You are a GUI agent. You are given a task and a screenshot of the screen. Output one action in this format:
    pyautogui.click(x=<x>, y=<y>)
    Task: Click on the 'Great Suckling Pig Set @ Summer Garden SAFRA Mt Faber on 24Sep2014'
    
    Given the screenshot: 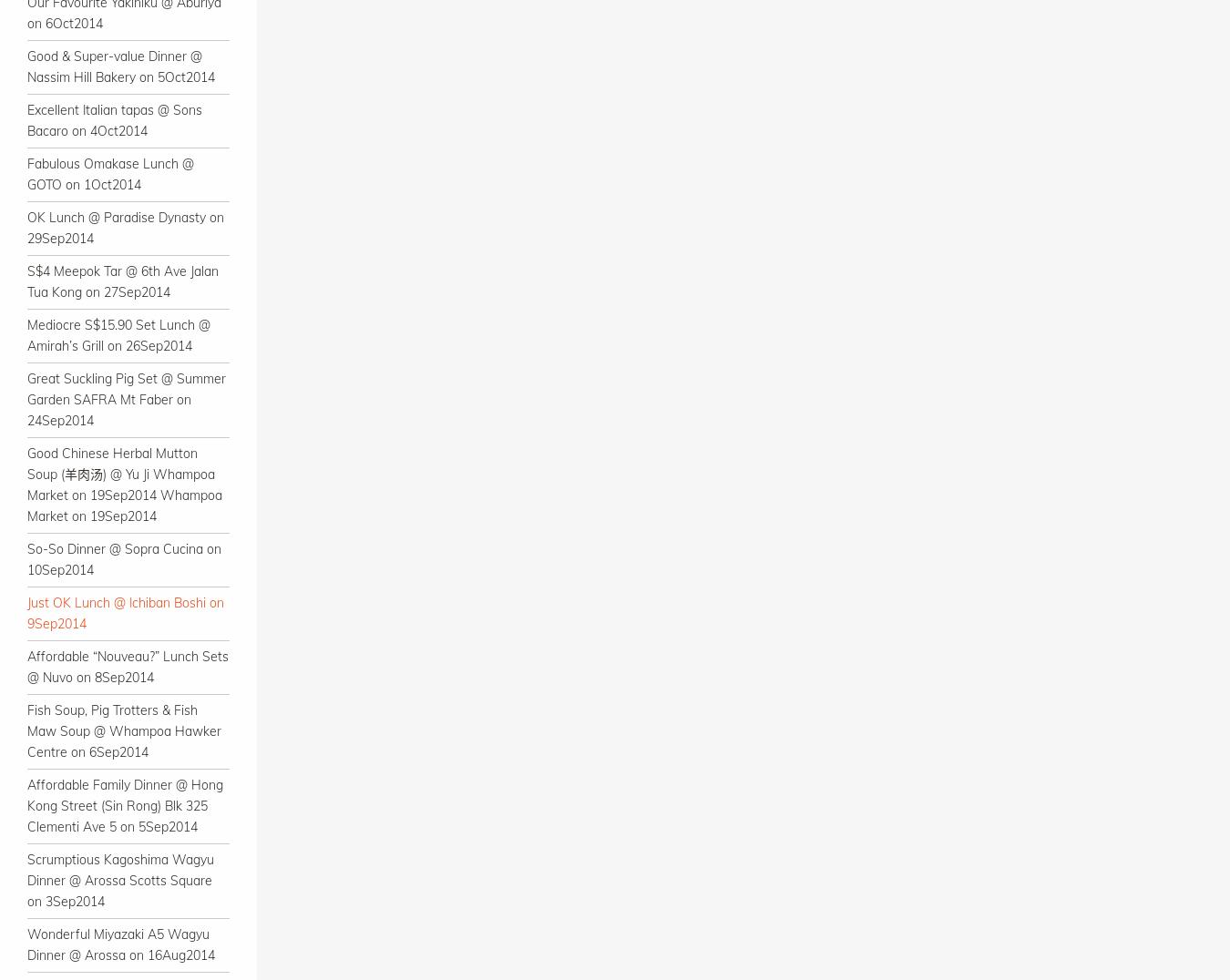 What is the action you would take?
    pyautogui.click(x=127, y=400)
    